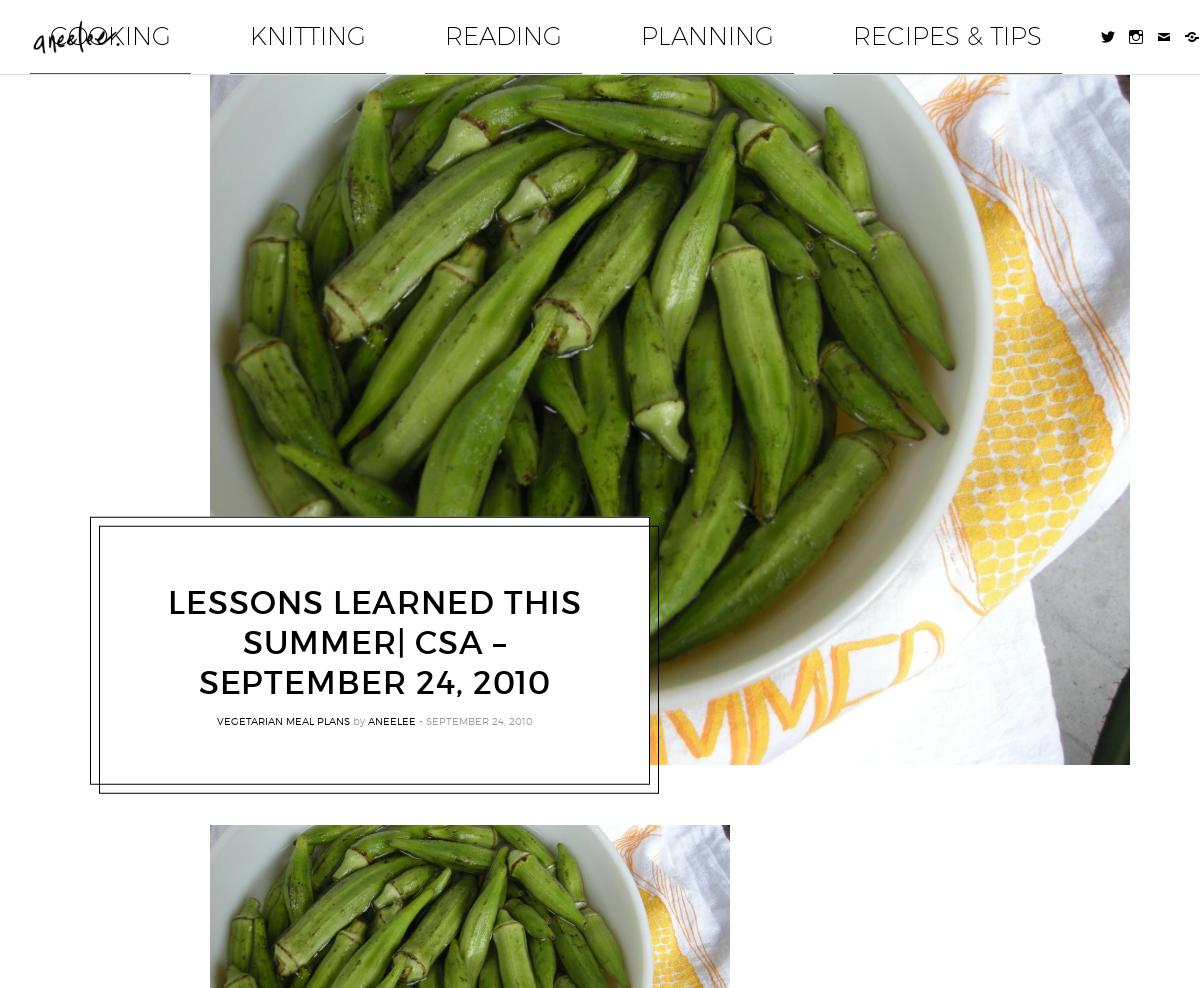  I want to click on 'cooking', so click(514, 26).